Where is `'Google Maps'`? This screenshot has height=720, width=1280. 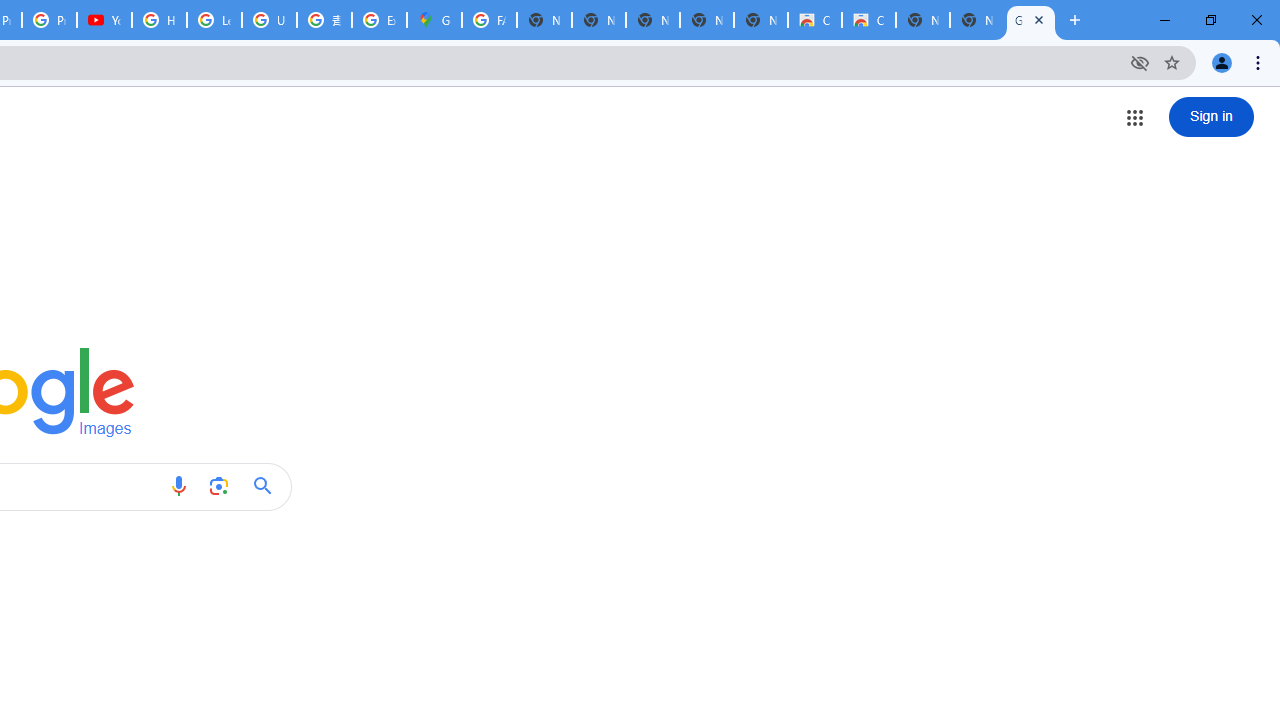 'Google Maps' is located at coordinates (433, 20).